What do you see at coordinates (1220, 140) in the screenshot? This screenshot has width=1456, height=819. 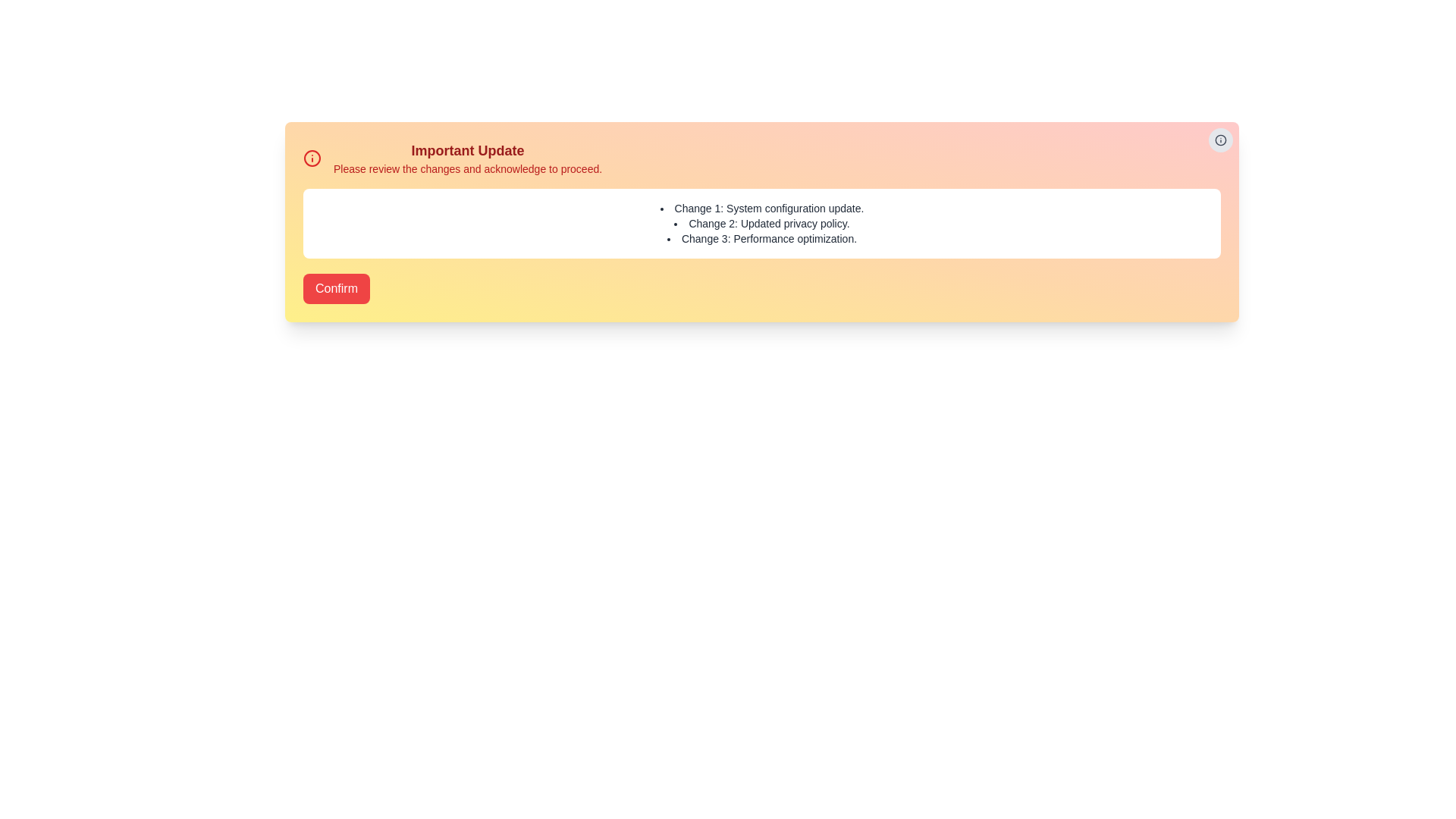 I see `the close button to dismiss the alert` at bounding box center [1220, 140].